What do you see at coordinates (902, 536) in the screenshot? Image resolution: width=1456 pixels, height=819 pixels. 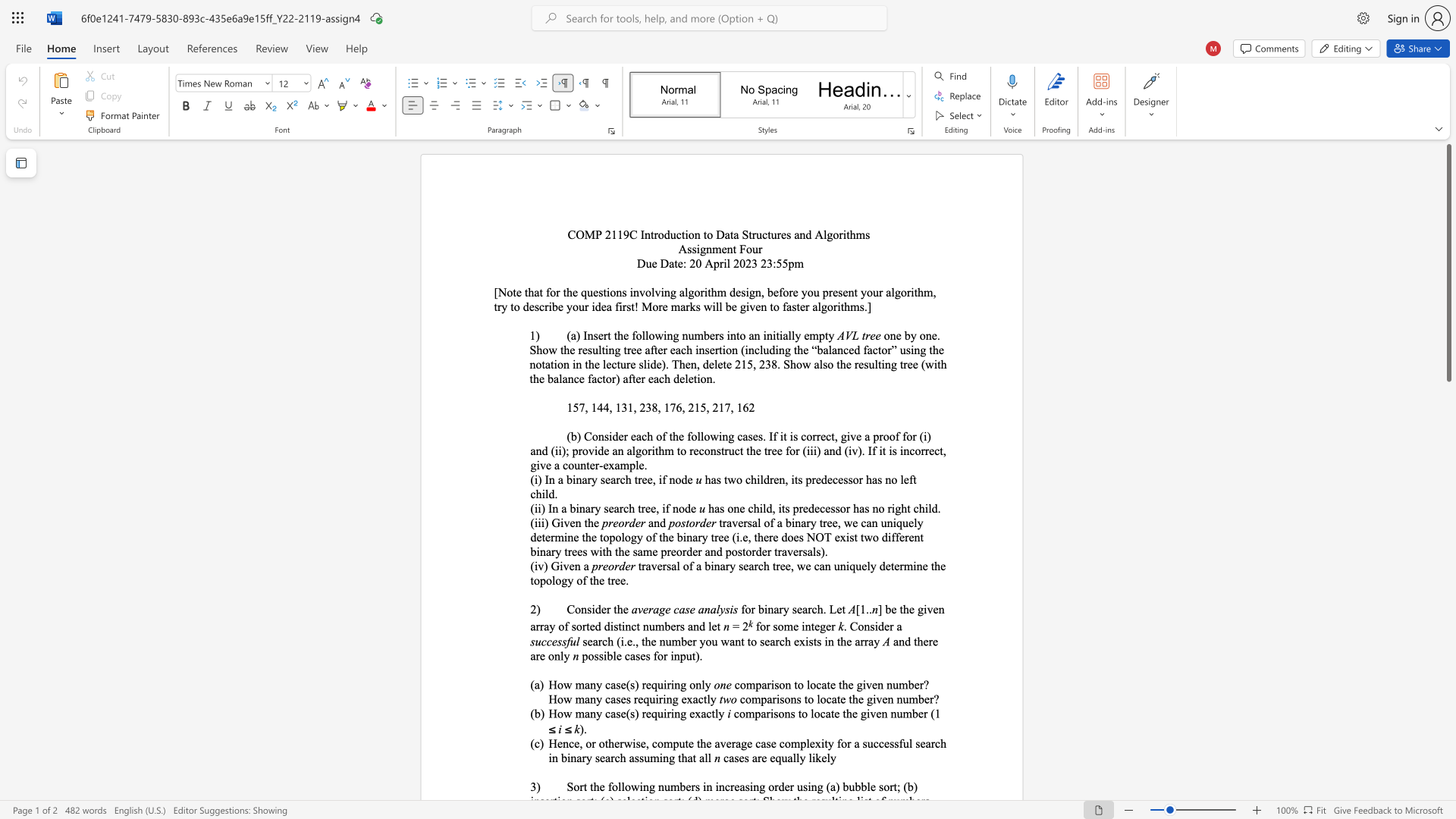 I see `the 18th character "e" in the text` at bounding box center [902, 536].